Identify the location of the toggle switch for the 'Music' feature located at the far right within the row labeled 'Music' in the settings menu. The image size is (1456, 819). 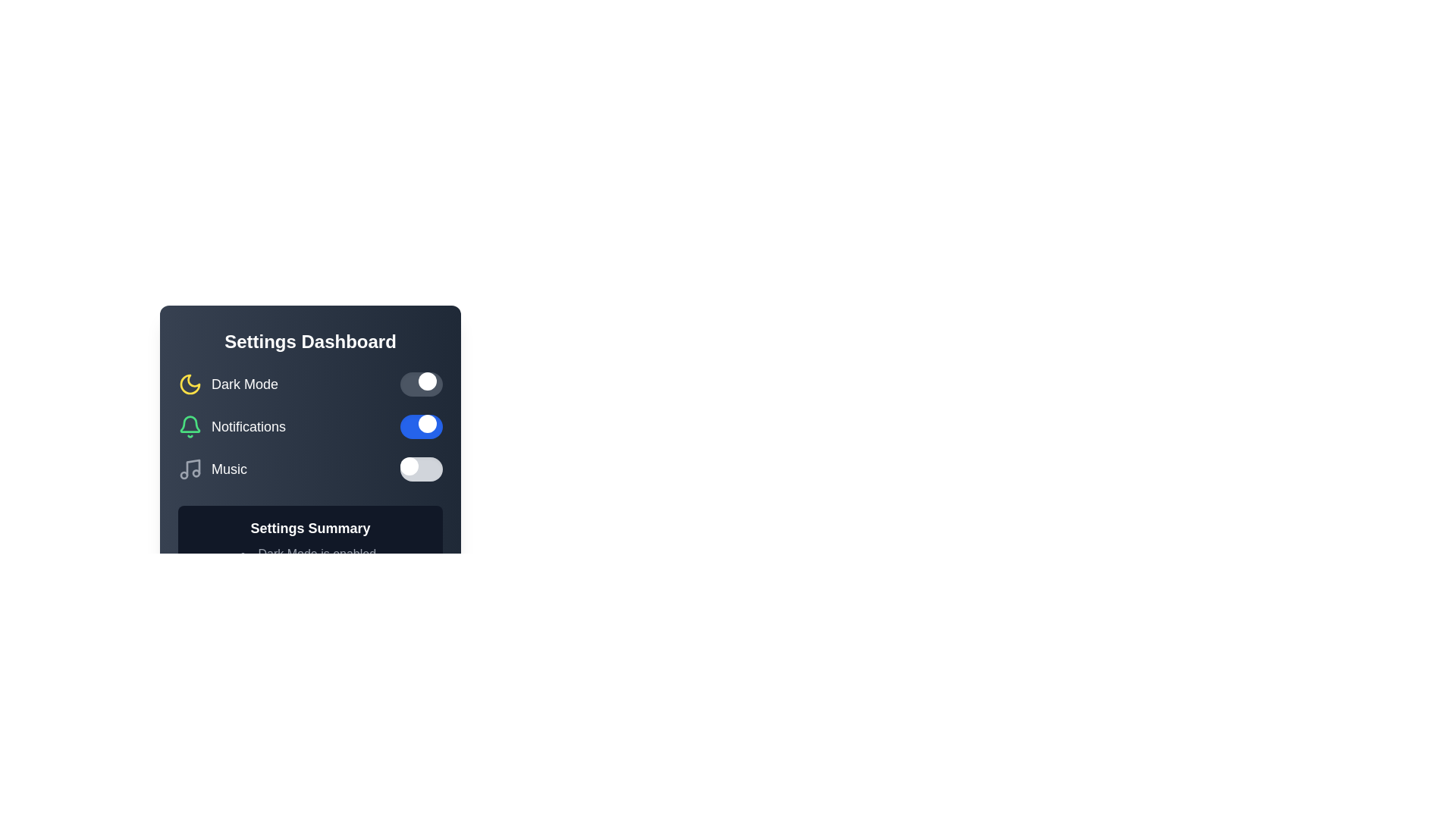
(422, 468).